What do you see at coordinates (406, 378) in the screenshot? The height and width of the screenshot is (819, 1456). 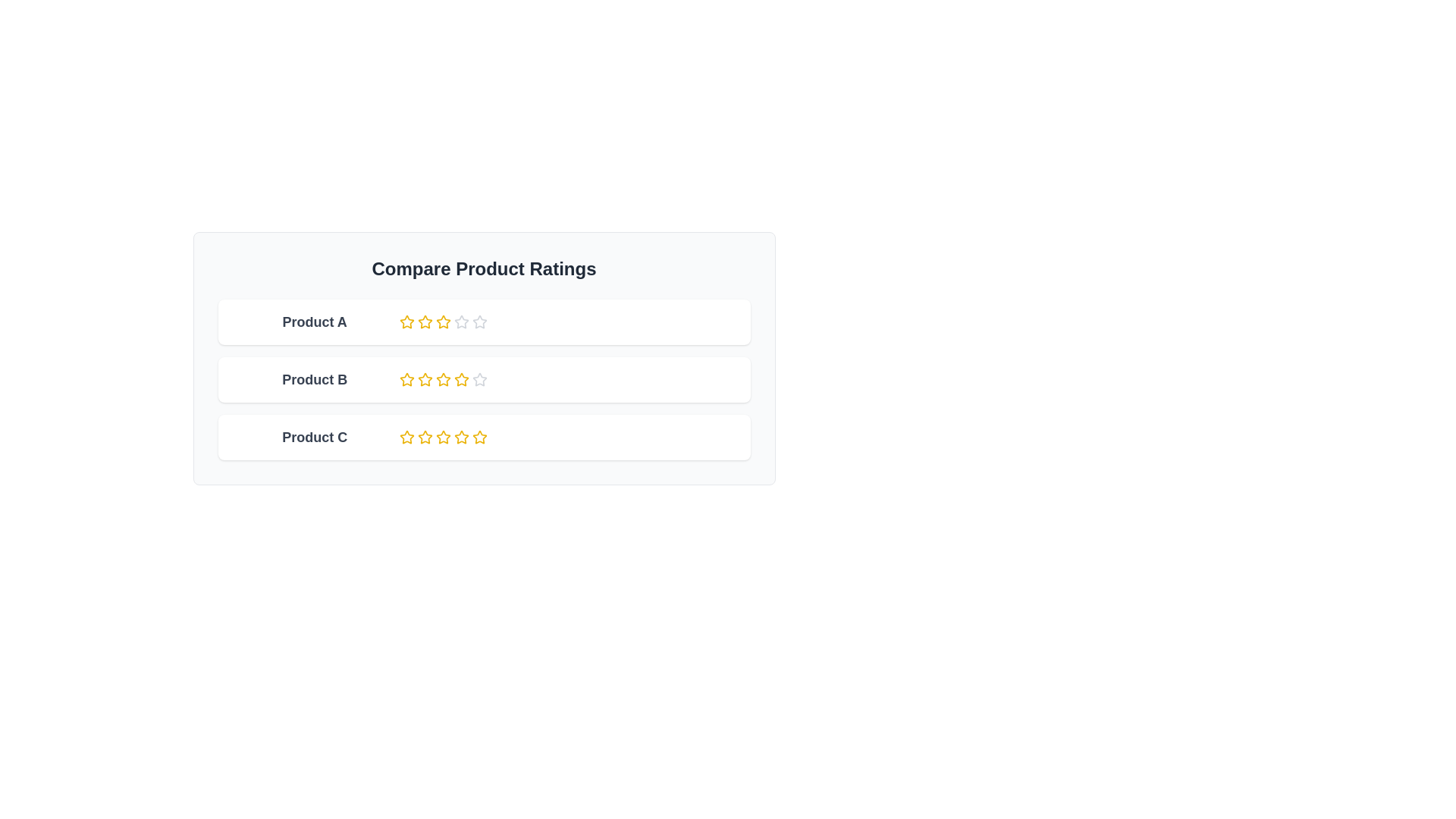 I see `the second star icon in the rating row for 'Product B'` at bounding box center [406, 378].